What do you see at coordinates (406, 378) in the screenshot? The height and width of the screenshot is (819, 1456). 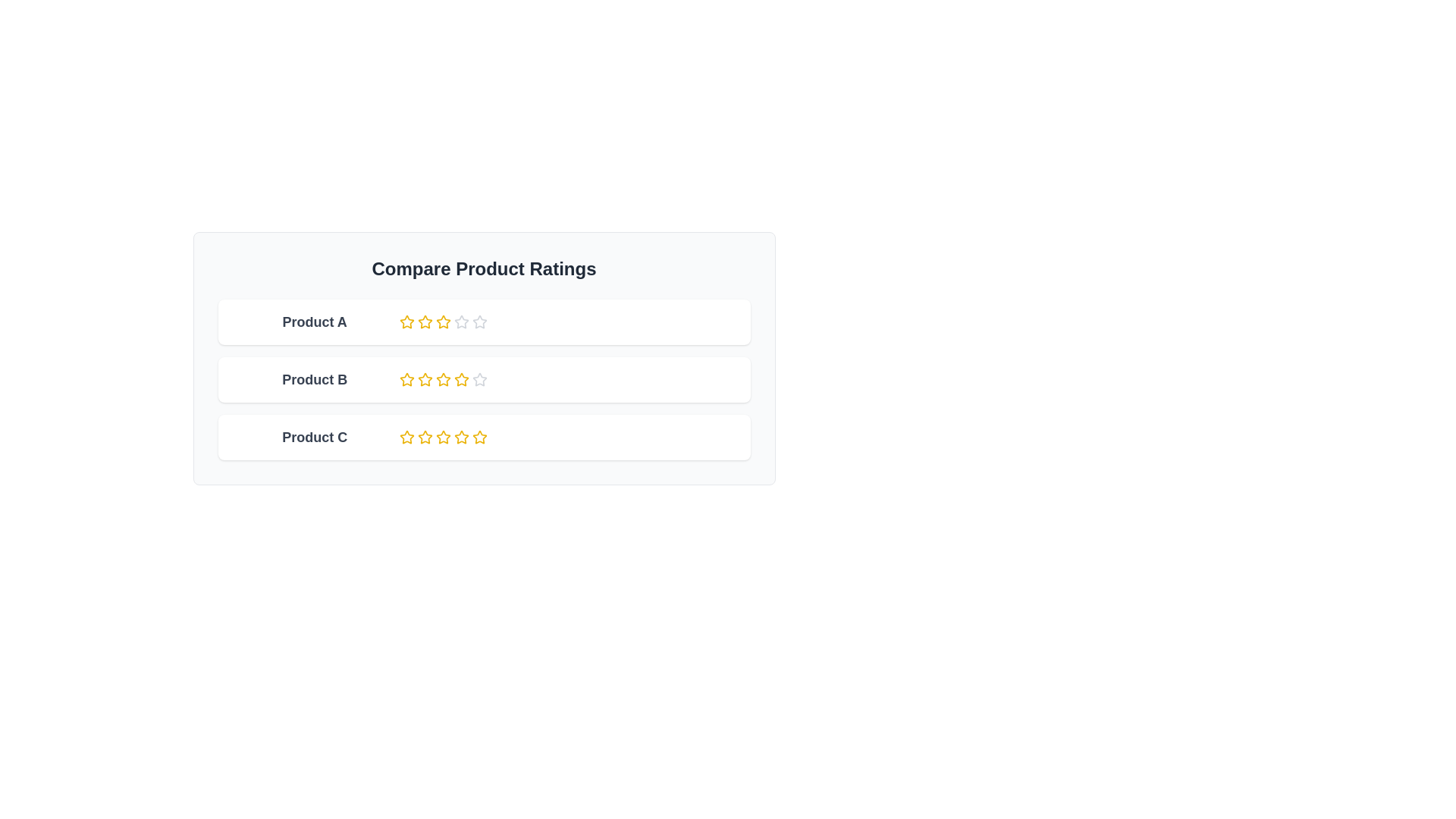 I see `the second star icon in the rating row for 'Product B'` at bounding box center [406, 378].